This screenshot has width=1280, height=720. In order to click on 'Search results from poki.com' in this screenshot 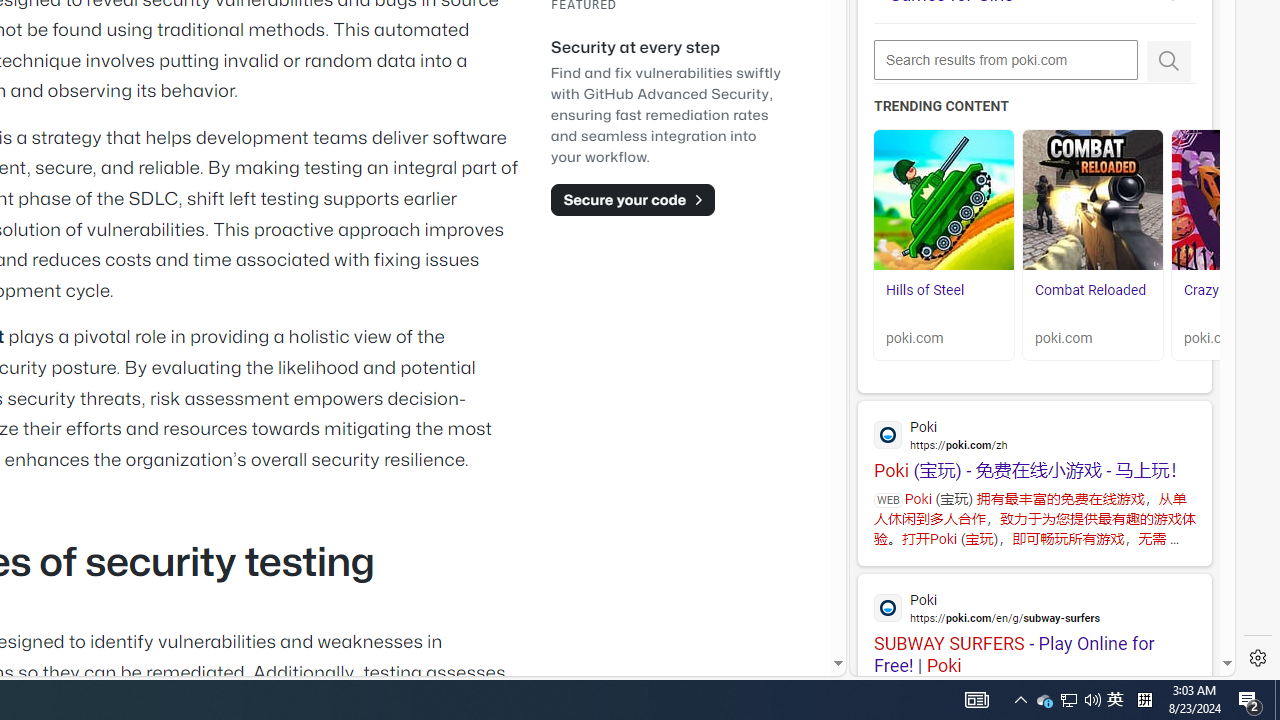, I will do `click(1006, 59)`.